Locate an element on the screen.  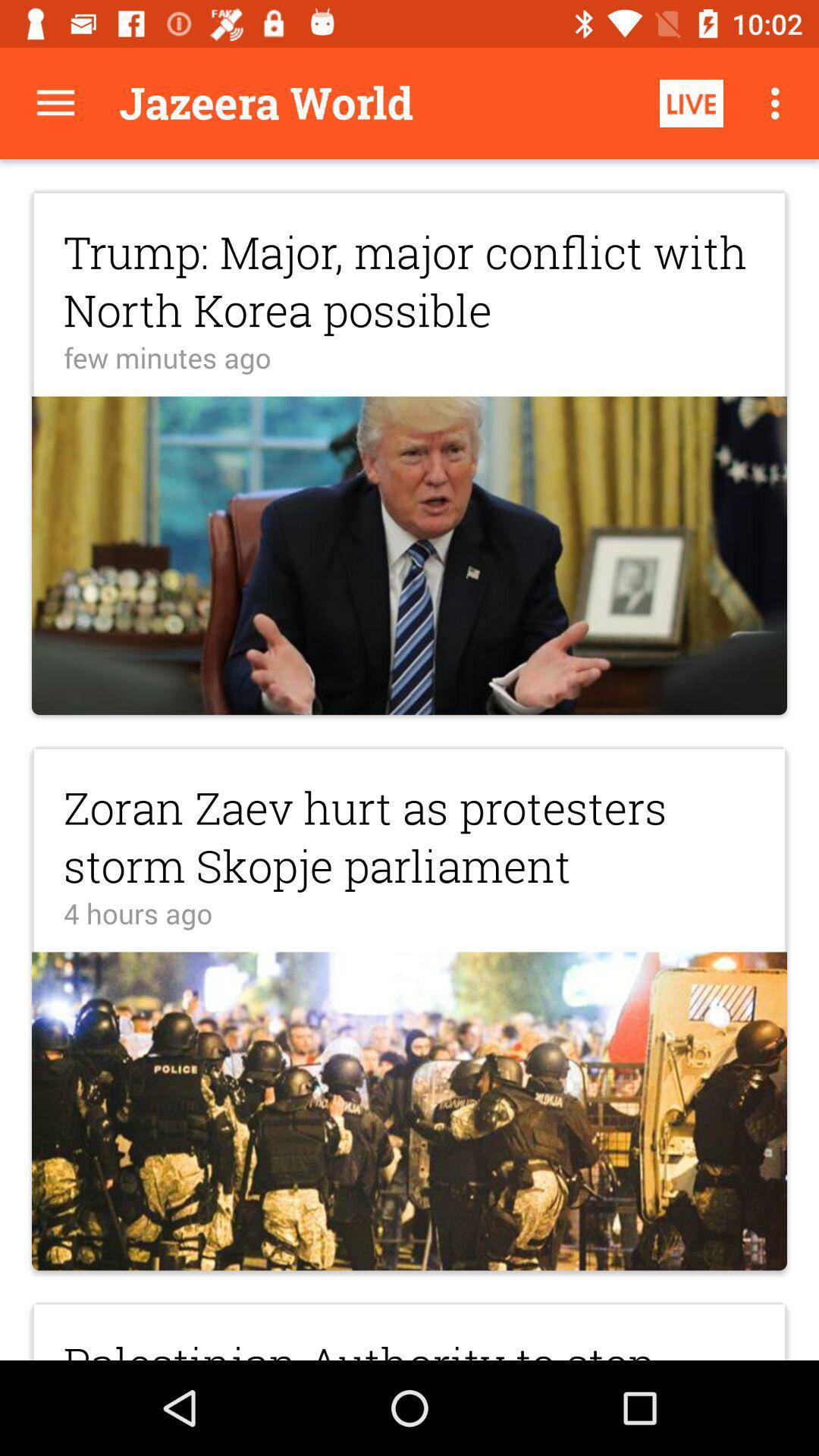
tap the menu button for more options is located at coordinates (55, 102).